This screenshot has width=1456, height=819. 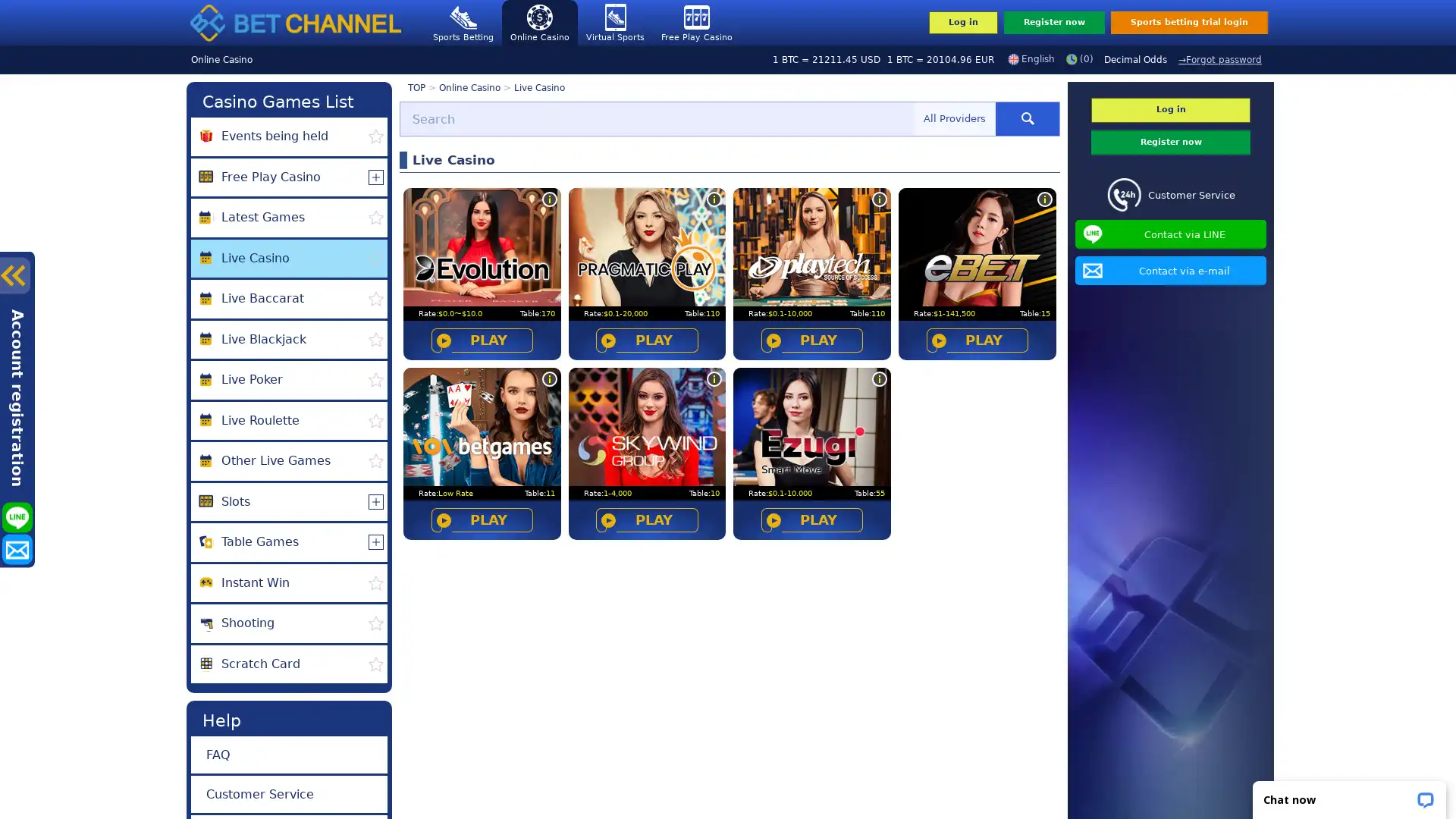 I want to click on PLAY, so click(x=647, y=339).